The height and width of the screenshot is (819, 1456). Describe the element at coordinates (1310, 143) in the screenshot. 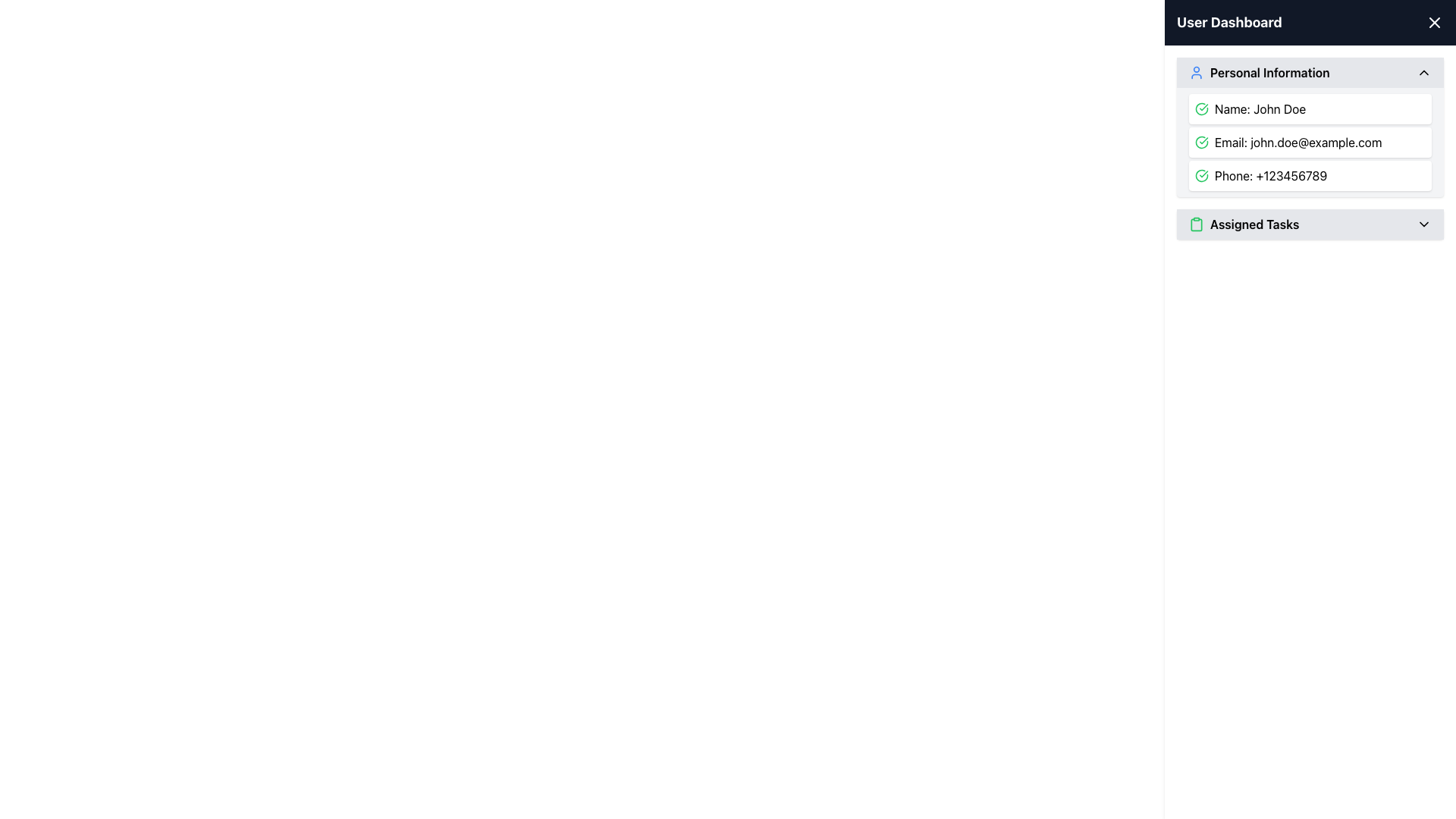

I see `the 'john.doe@example.com' Text with Icon element, which is styled with a green checkmark icon and is located in the 'Personal Information' section between the 'Name: John Doe' and 'Phone: +123456789' entries` at that location.